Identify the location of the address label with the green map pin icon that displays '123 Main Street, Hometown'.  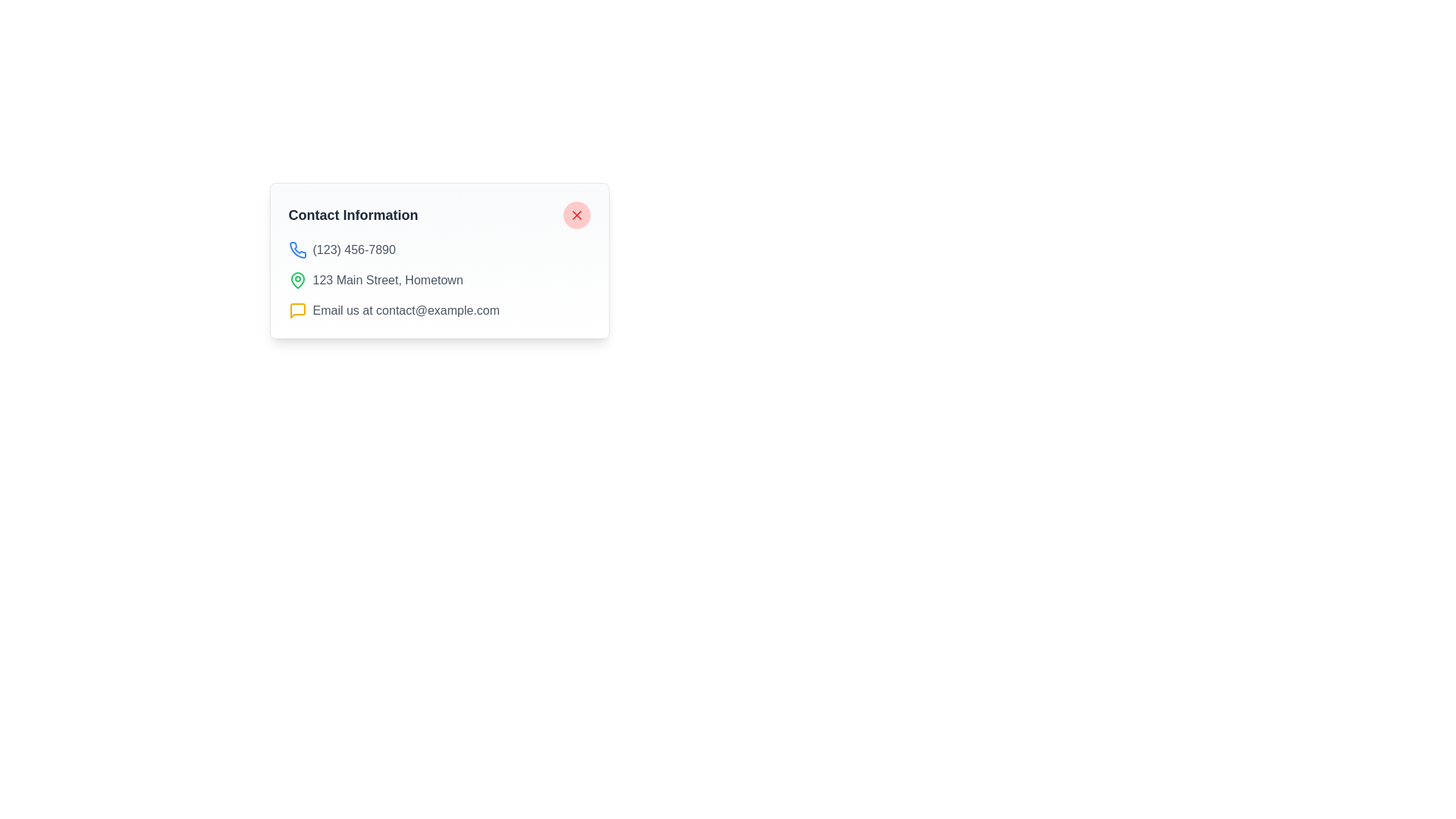
(438, 281).